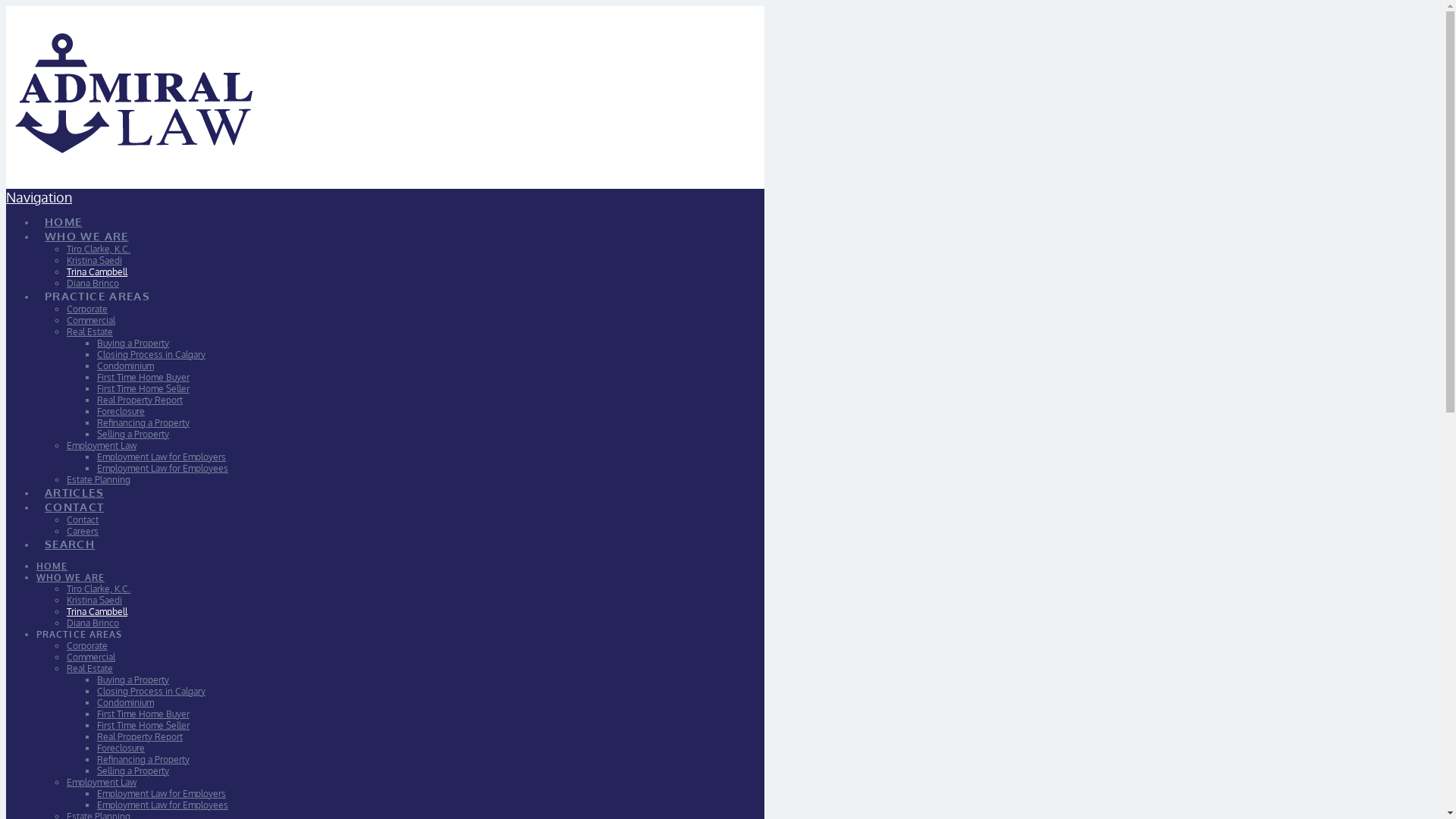 This screenshot has height=819, width=1456. I want to click on 'CONTACT', so click(36, 499).